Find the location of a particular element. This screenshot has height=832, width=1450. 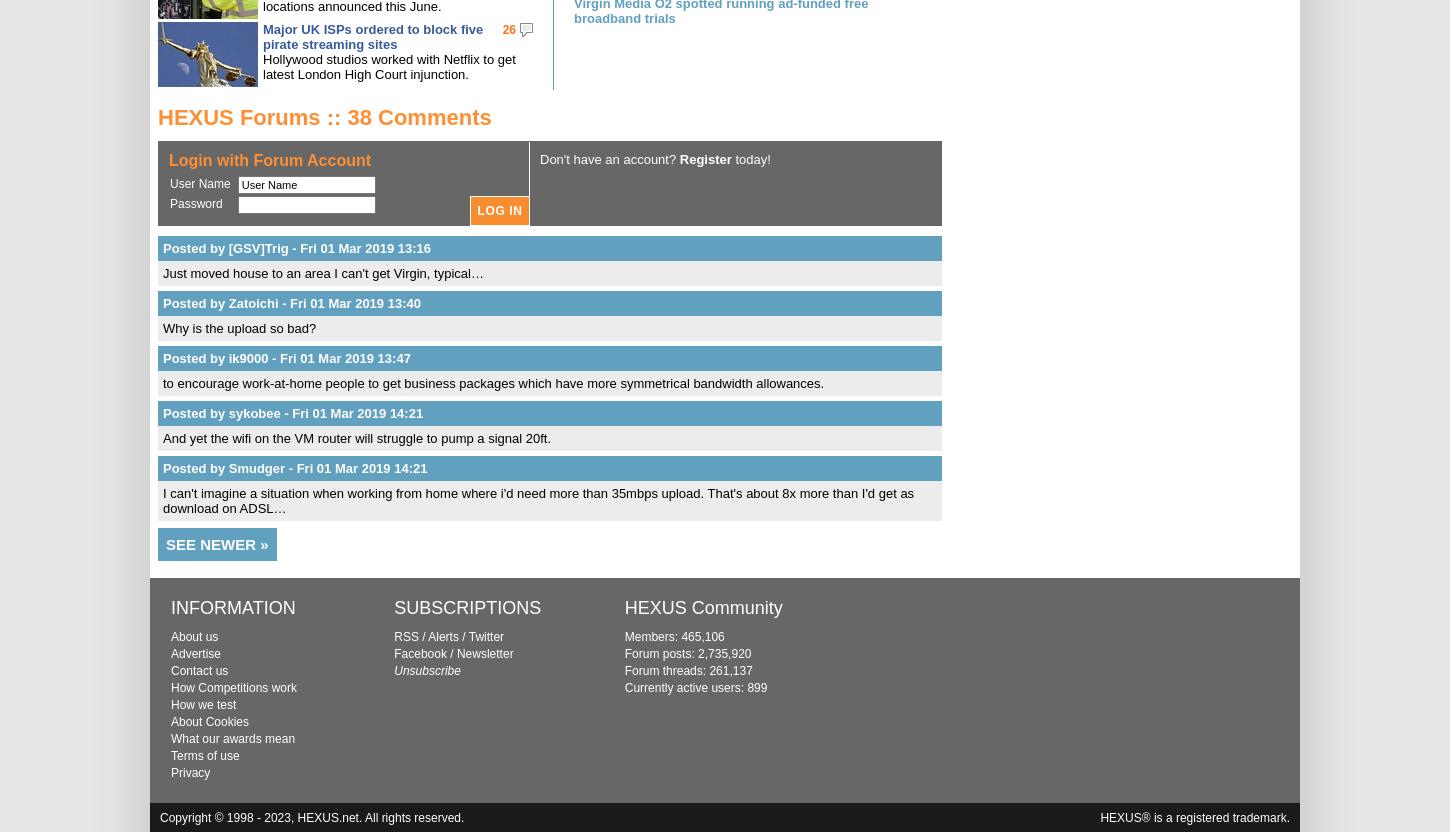

'Facebook' is located at coordinates (419, 654).